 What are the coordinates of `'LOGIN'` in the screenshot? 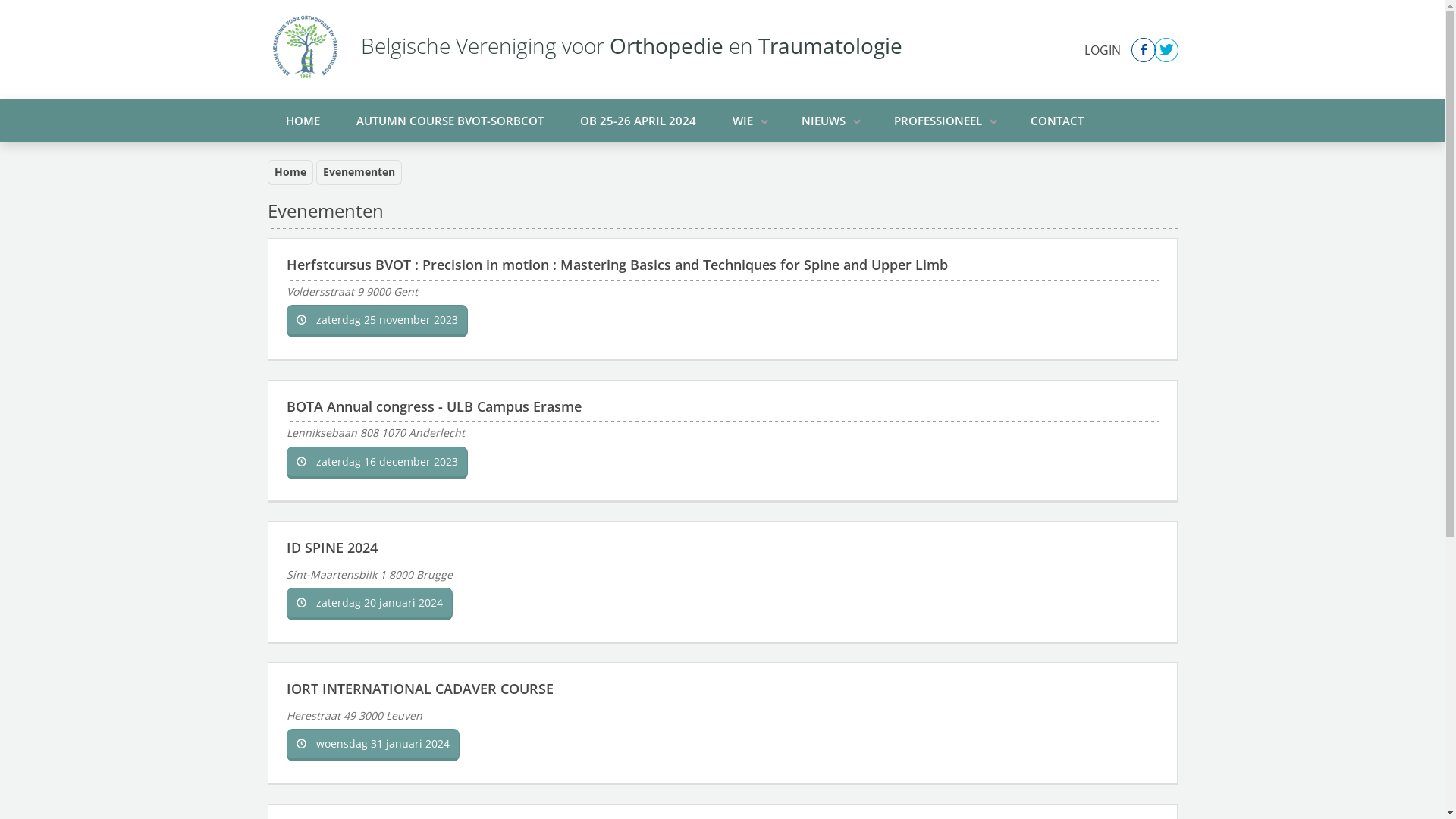 It's located at (1103, 49).